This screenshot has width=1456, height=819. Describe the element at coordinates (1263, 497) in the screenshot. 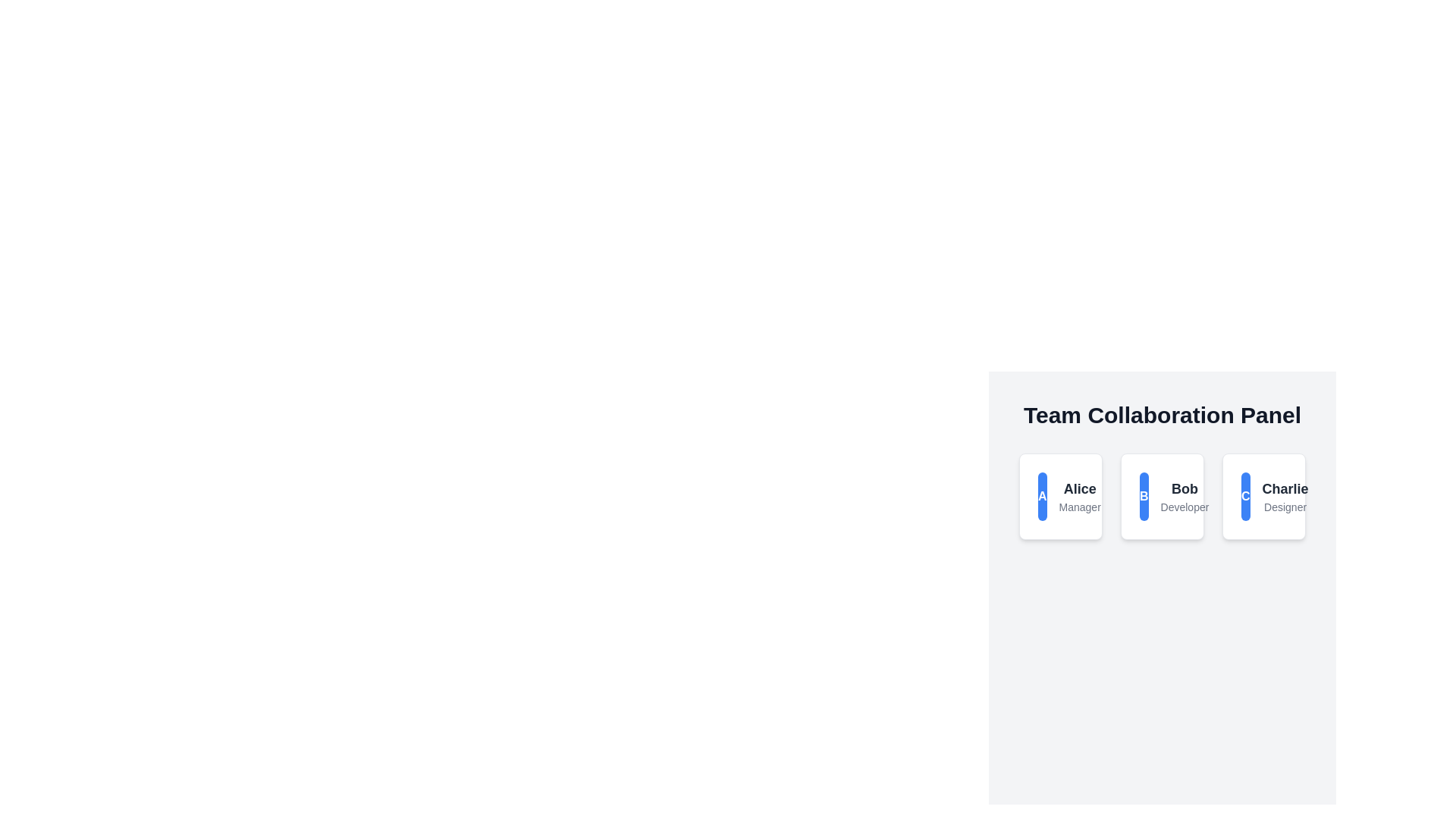

I see `the Informational Card featuring a circular blue icon with 'C' and text 'Charlie Designer' located in the Team Collaboration Panel` at that location.